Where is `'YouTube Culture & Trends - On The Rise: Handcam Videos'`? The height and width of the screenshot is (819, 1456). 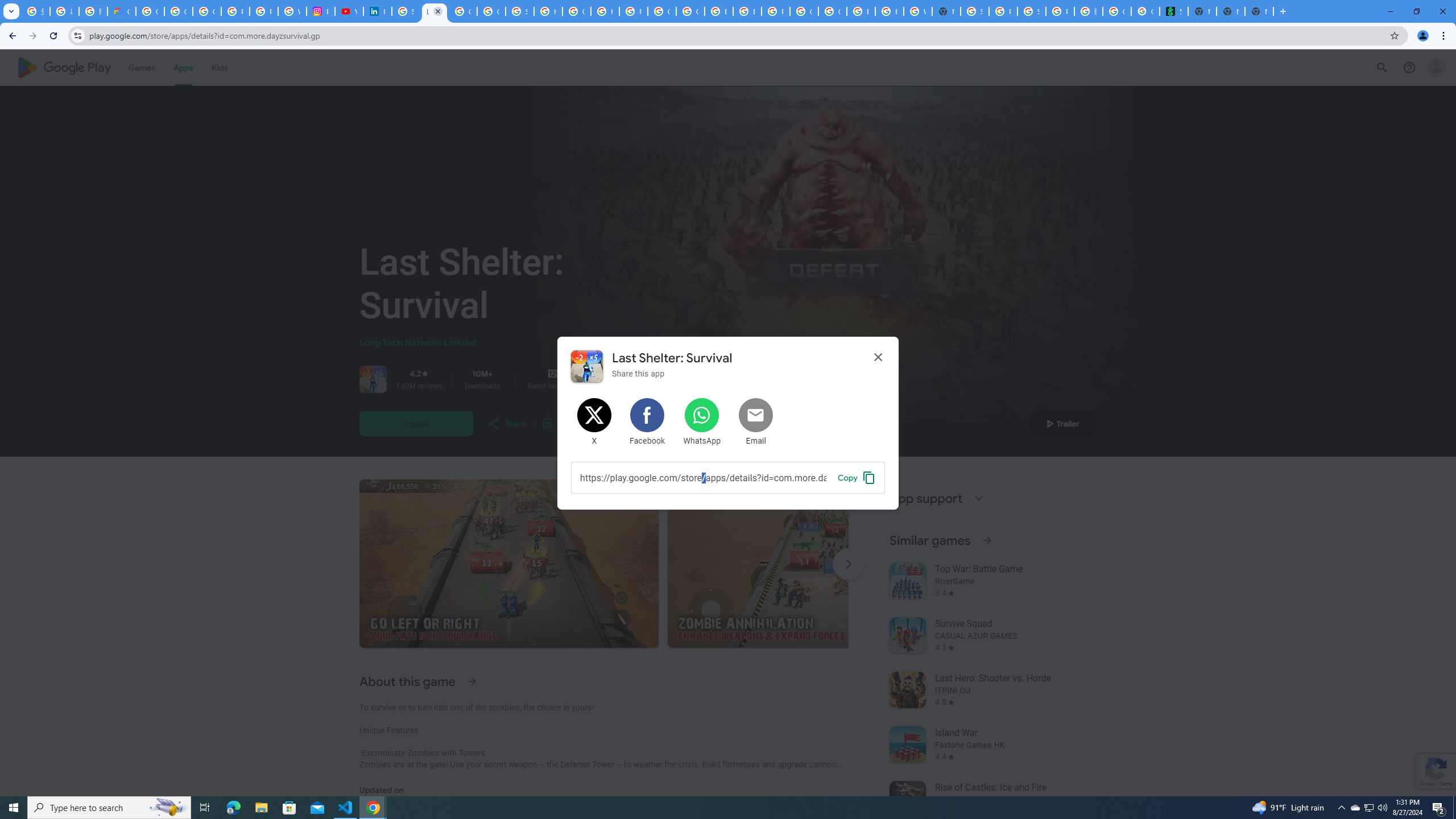
'YouTube Culture & Trends - On The Rise: Handcam Videos' is located at coordinates (349, 11).